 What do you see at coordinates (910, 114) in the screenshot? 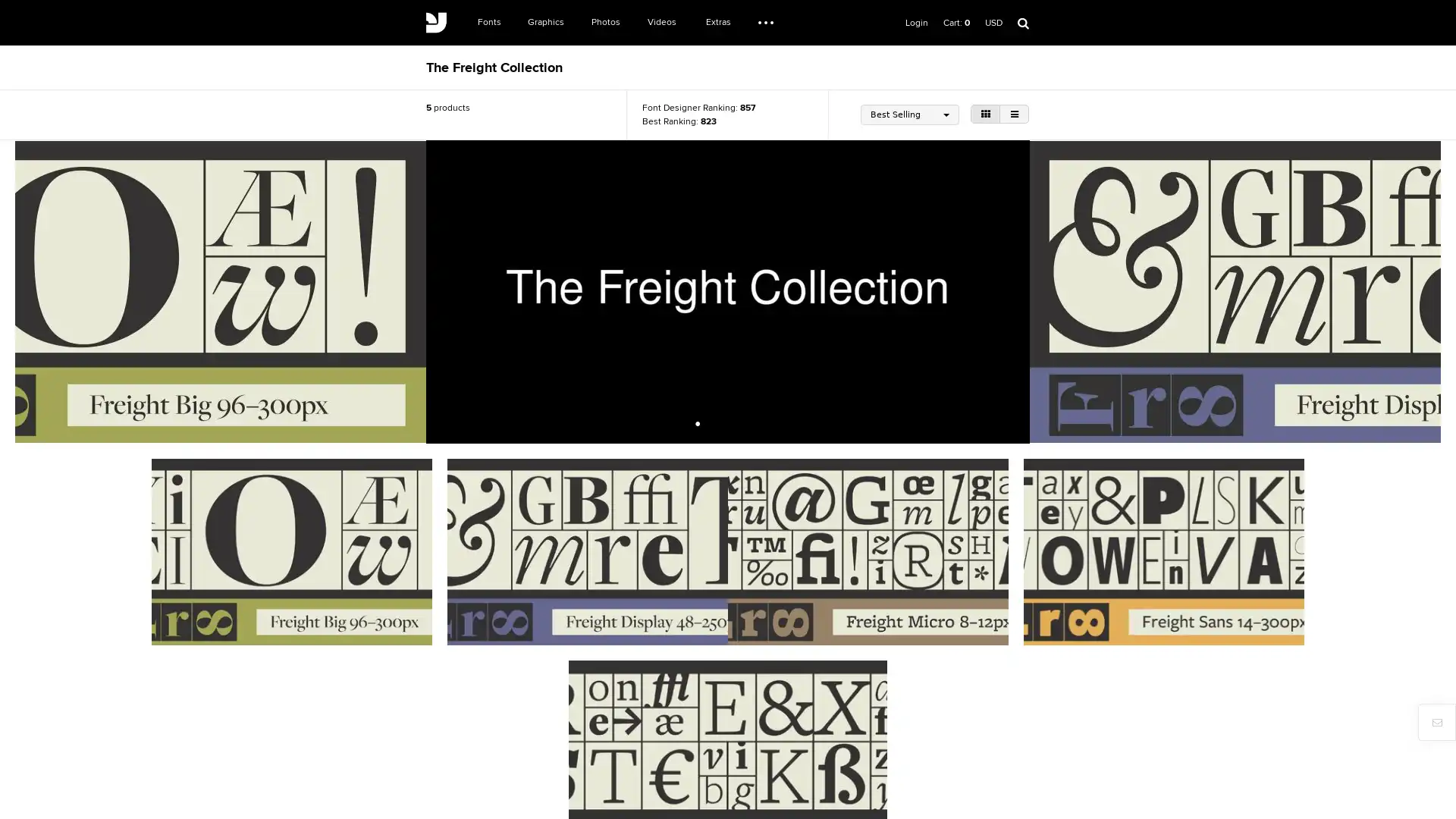
I see `Best Selling` at bounding box center [910, 114].